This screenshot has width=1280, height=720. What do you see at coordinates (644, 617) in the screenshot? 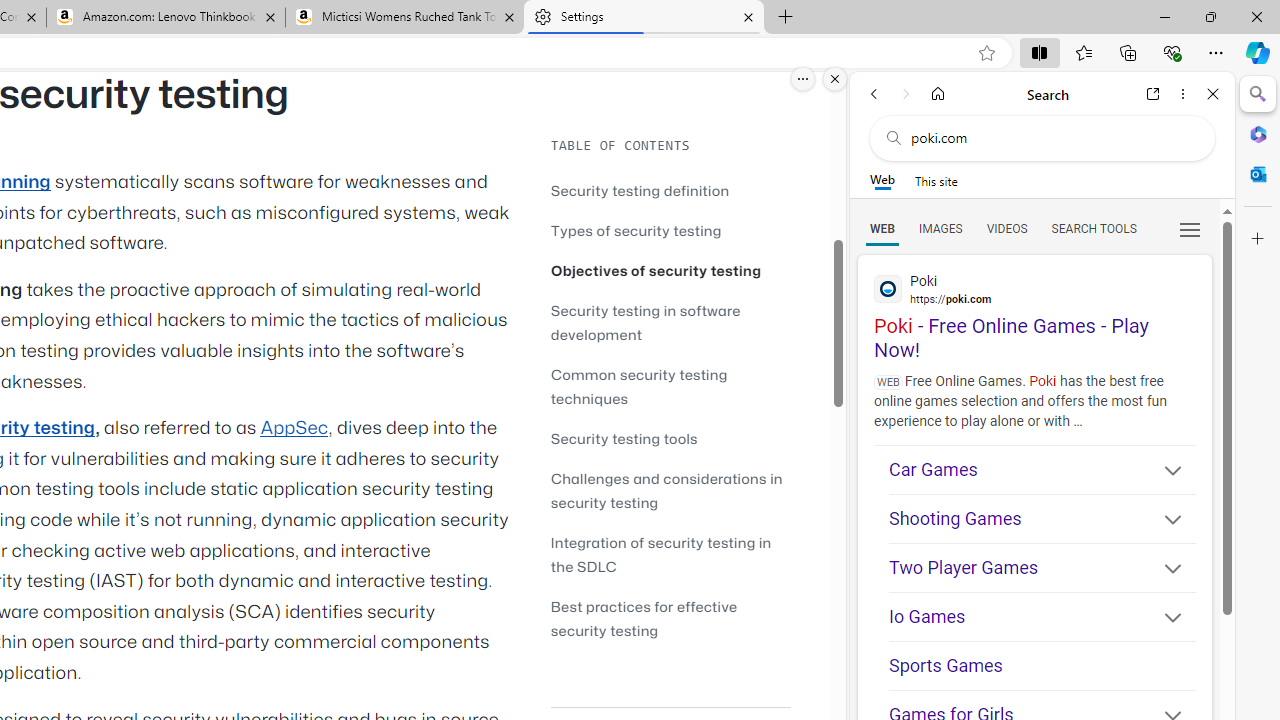
I see `'Best practices for effective security testing'` at bounding box center [644, 617].